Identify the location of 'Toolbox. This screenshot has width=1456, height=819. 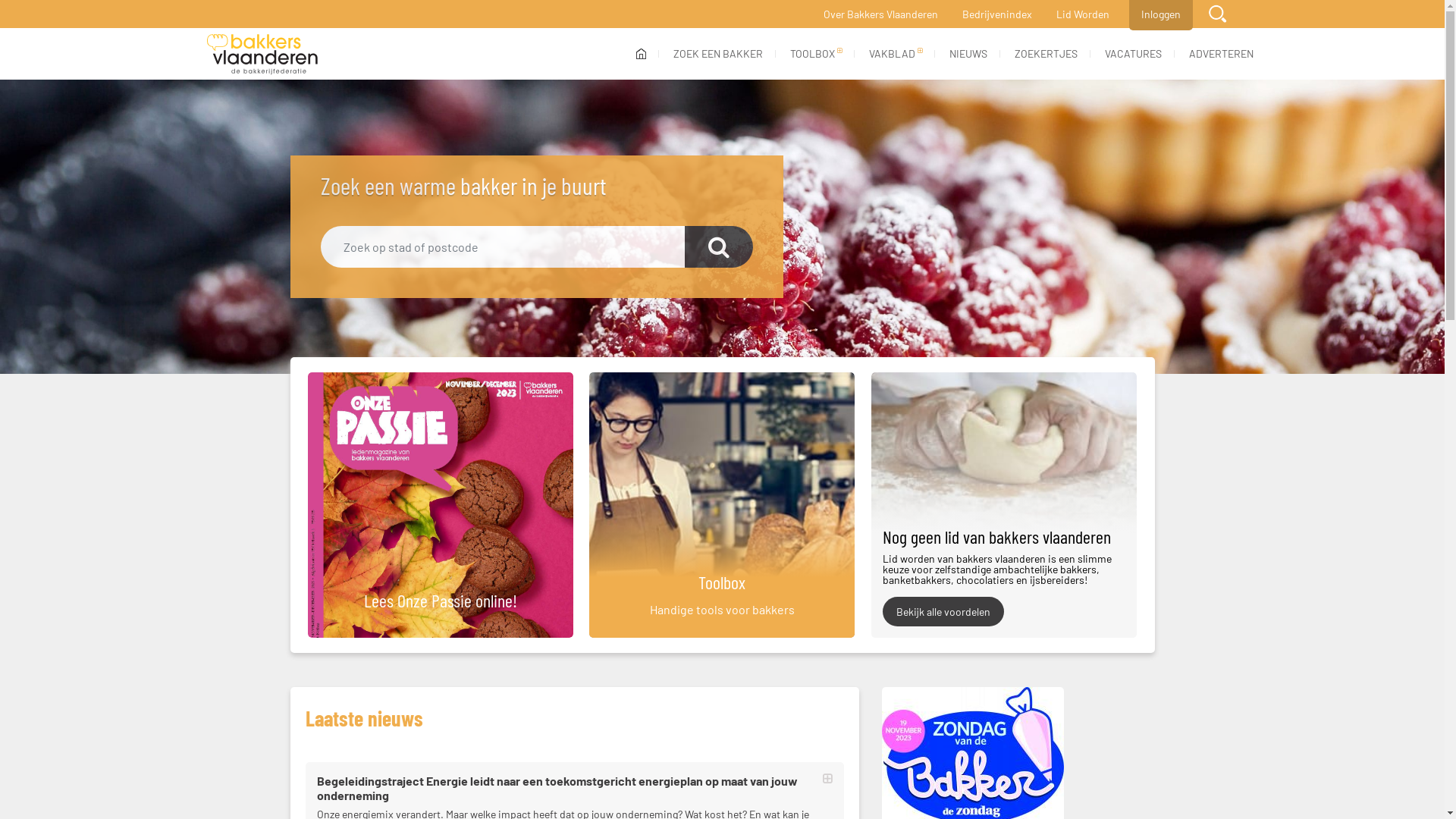
(581, 505).